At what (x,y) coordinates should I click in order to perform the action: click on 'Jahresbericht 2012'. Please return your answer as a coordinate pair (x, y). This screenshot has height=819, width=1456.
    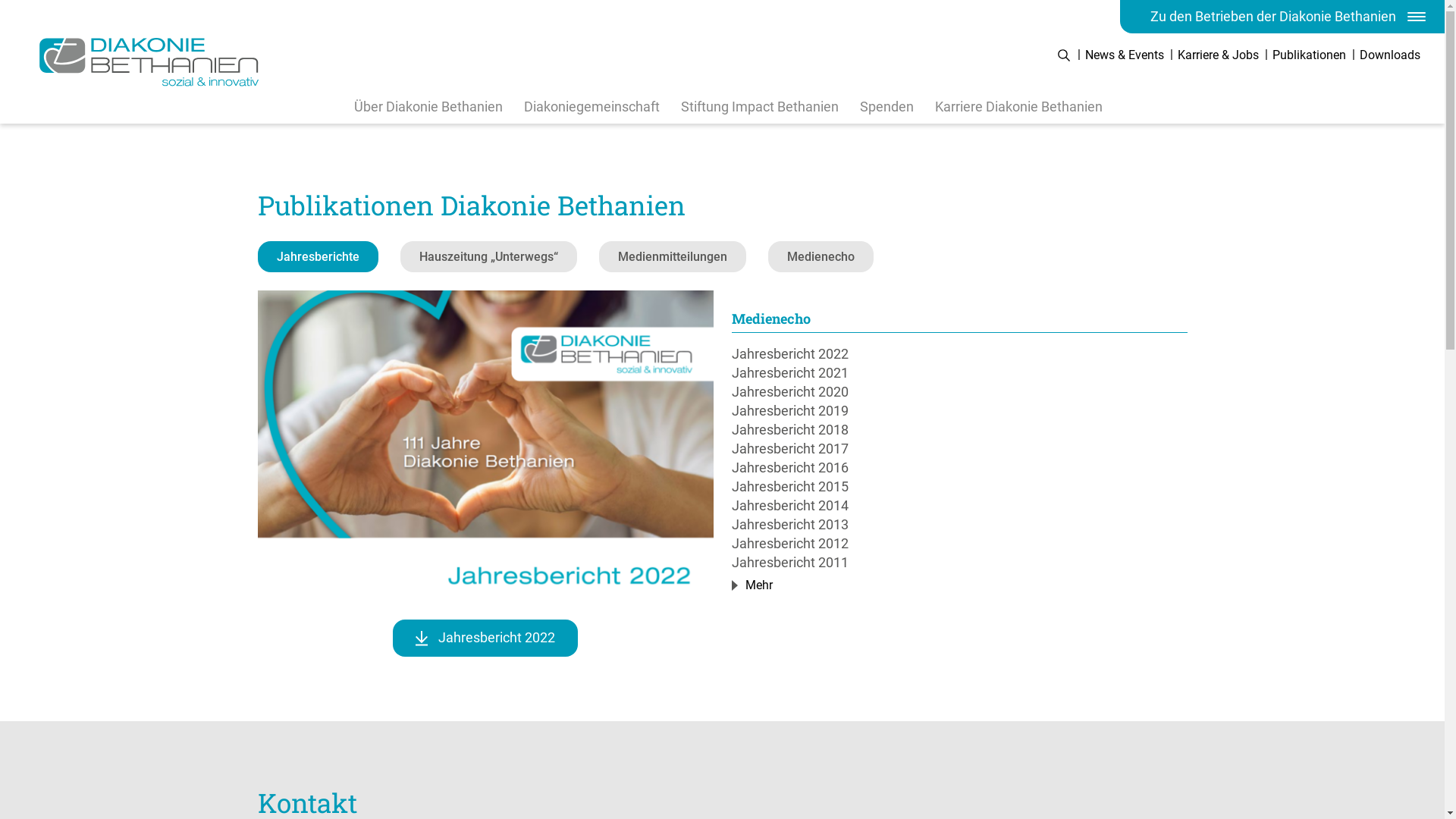
    Looking at the image, I should click on (958, 542).